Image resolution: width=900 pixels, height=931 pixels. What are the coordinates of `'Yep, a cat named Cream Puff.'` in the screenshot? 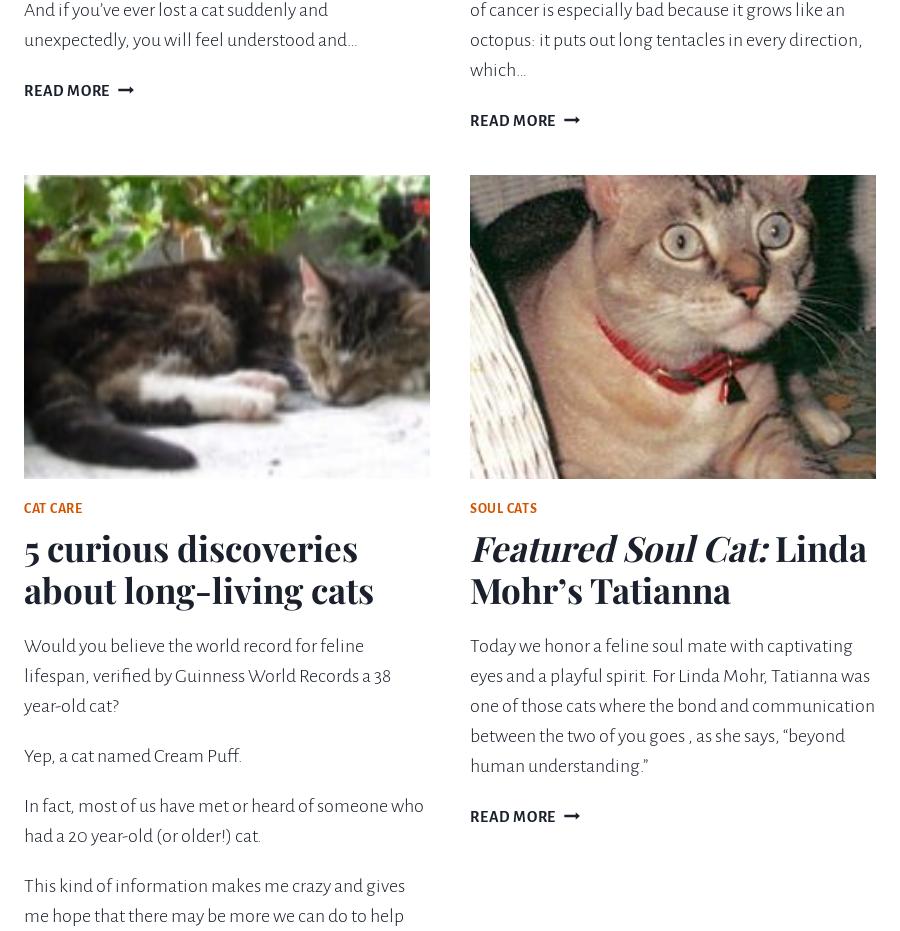 It's located at (133, 755).